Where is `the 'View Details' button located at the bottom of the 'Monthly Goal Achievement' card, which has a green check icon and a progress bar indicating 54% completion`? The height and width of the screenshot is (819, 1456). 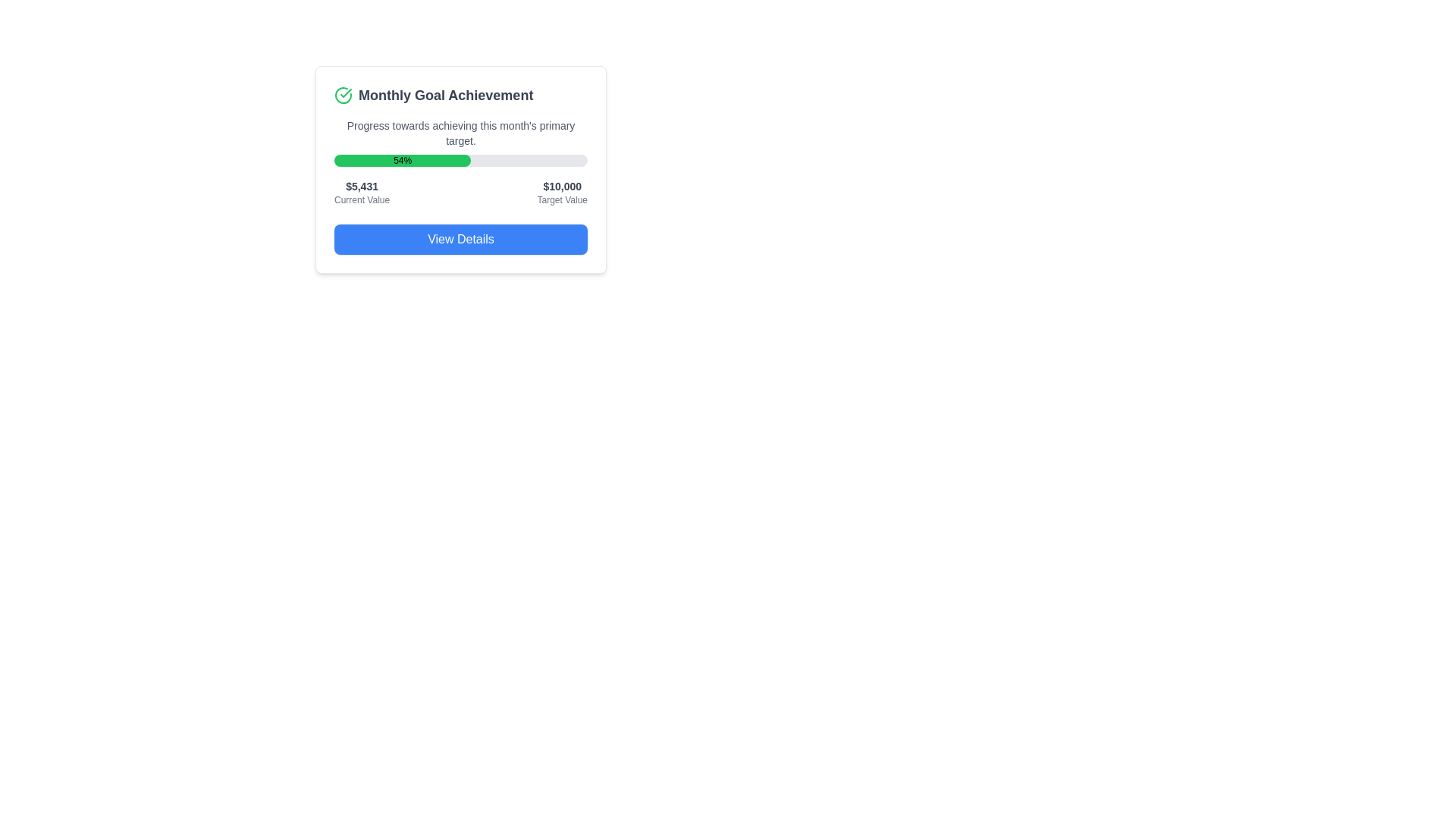
the 'View Details' button located at the bottom of the 'Monthly Goal Achievement' card, which has a green check icon and a progress bar indicating 54% completion is located at coordinates (460, 169).